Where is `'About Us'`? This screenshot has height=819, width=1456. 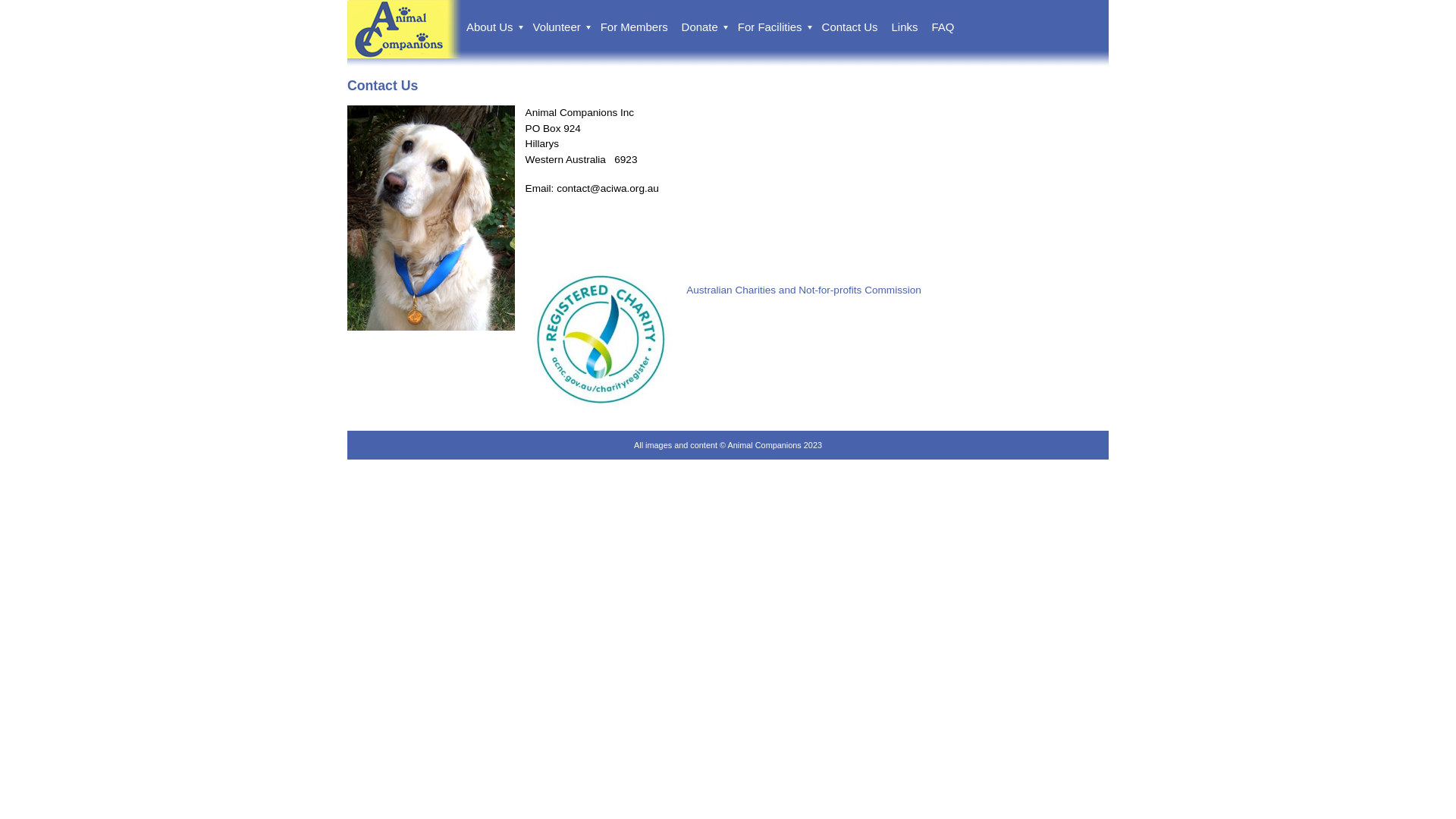 'About Us' is located at coordinates (494, 27).